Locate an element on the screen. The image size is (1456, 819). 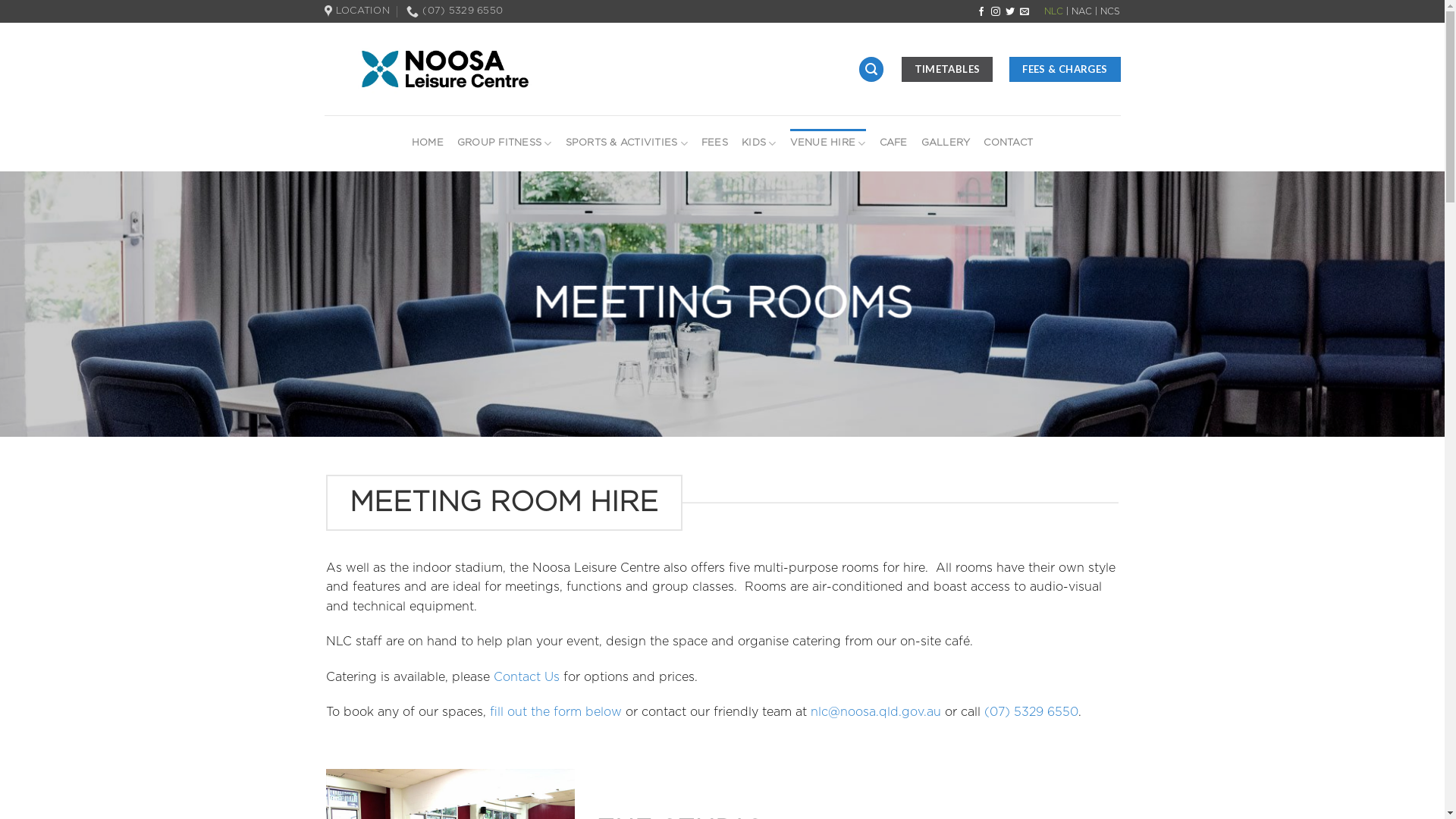
'GROUP FITNESS' is located at coordinates (504, 143).